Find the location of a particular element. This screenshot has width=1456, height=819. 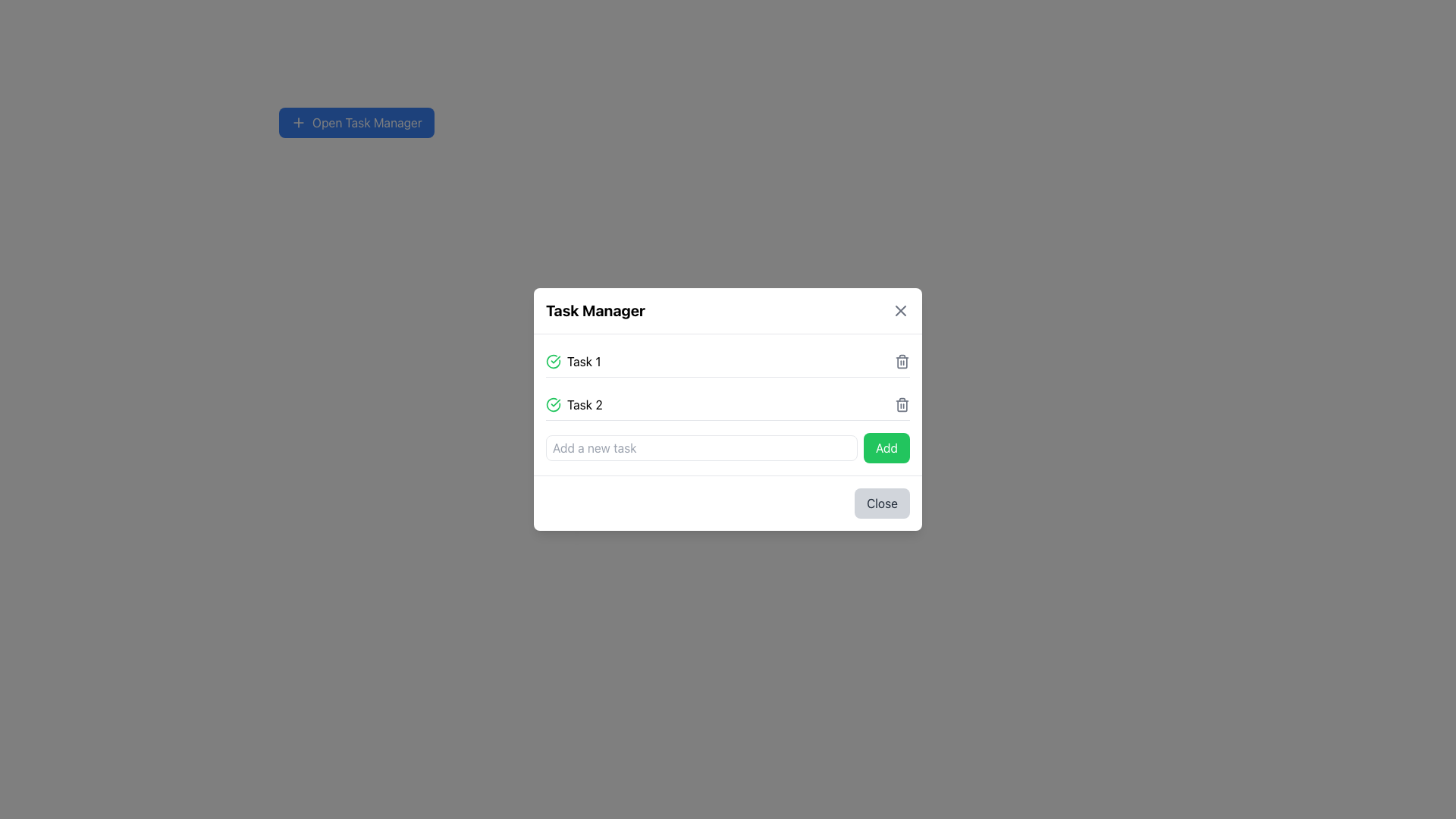

the circular graphic component resembling a progress indicator located inside the checkmark icon next to the label 'Task 2' in the task manager dialog is located at coordinates (552, 362).